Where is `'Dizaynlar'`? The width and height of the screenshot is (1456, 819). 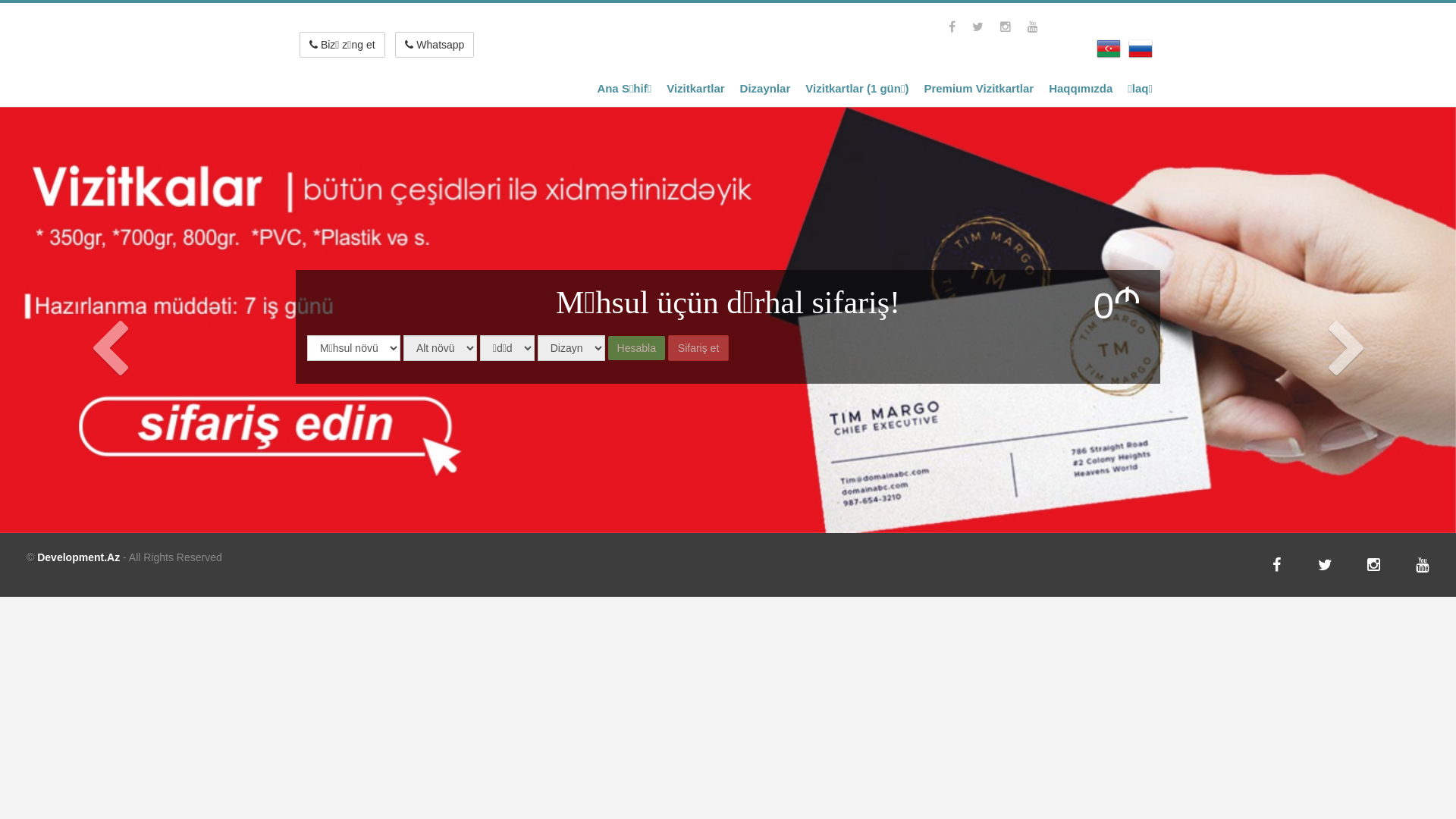
'Dizaynlar' is located at coordinates (765, 89).